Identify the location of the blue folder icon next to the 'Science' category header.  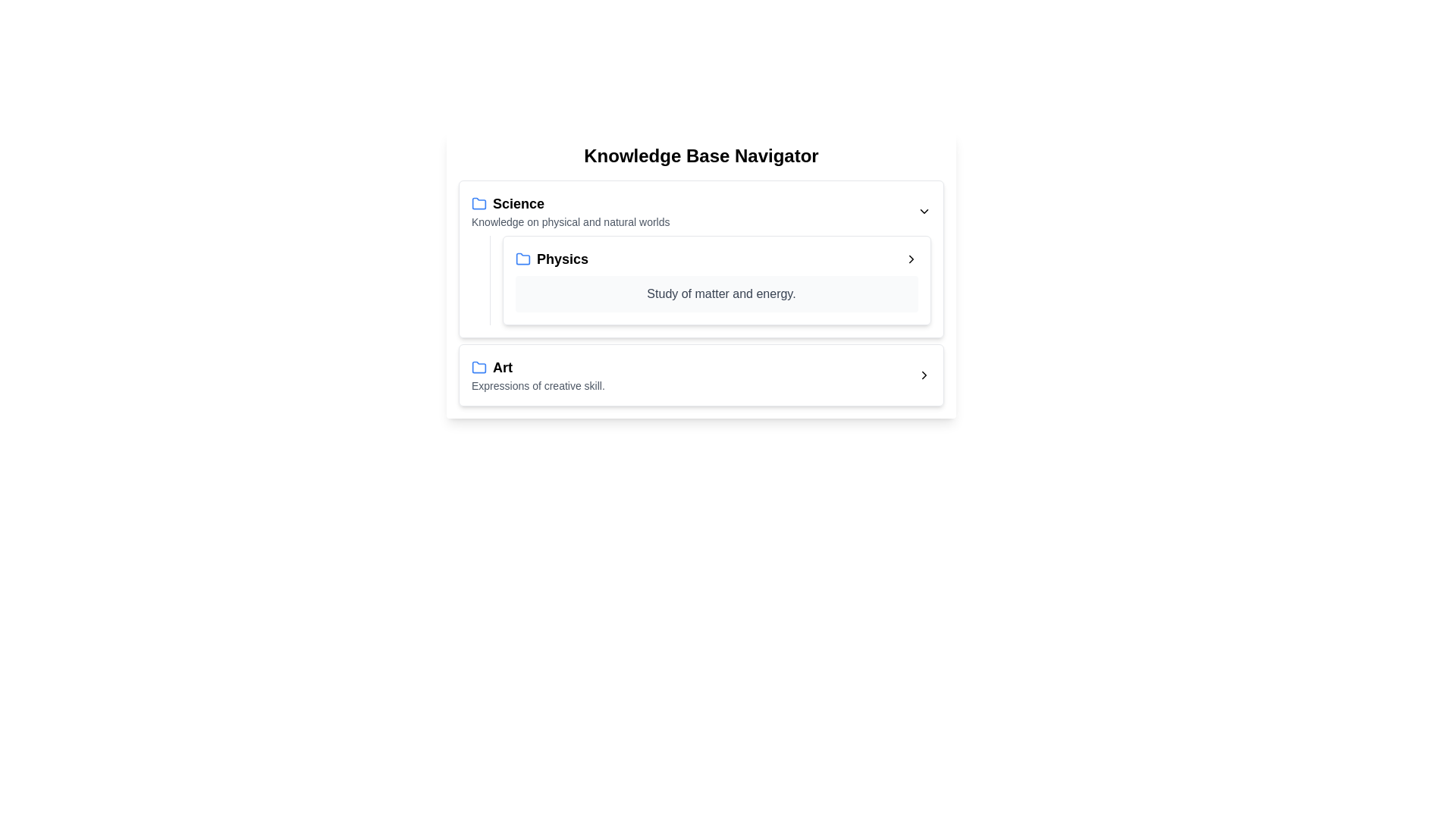
(570, 211).